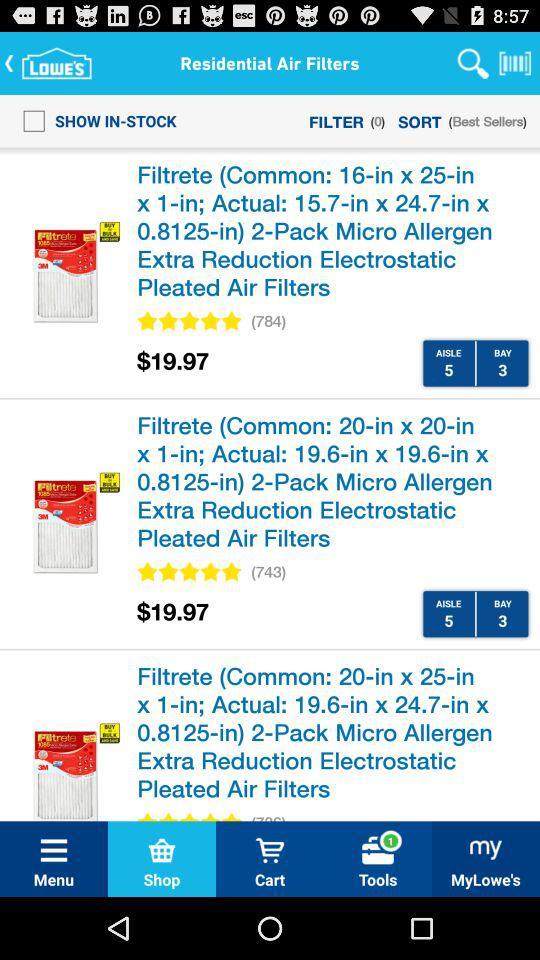 The width and height of the screenshot is (540, 960). Describe the element at coordinates (268, 815) in the screenshot. I see `(736) icon` at that location.